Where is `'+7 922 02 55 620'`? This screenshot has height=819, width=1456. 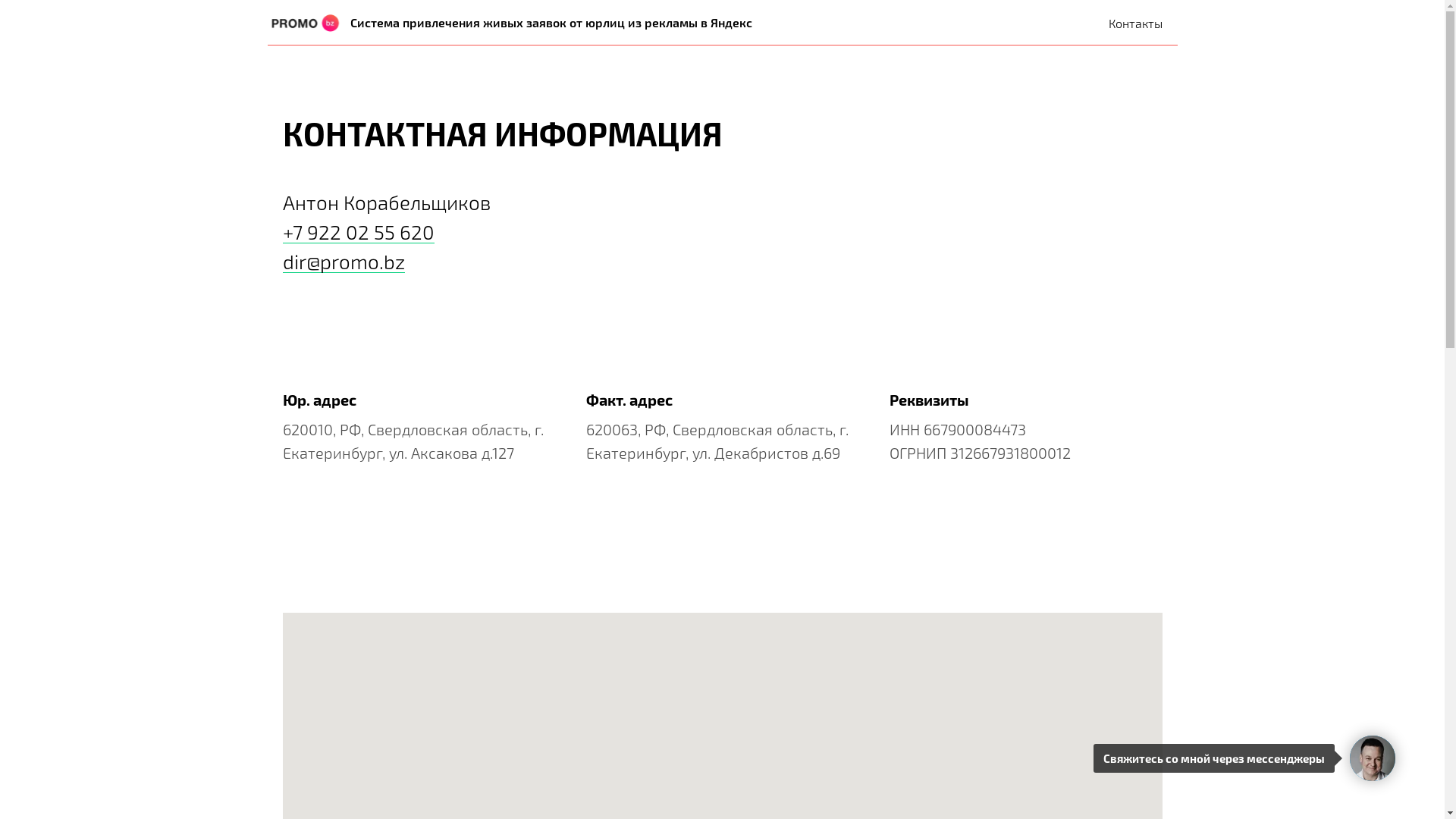
'+7 922 02 55 620' is located at coordinates (356, 231).